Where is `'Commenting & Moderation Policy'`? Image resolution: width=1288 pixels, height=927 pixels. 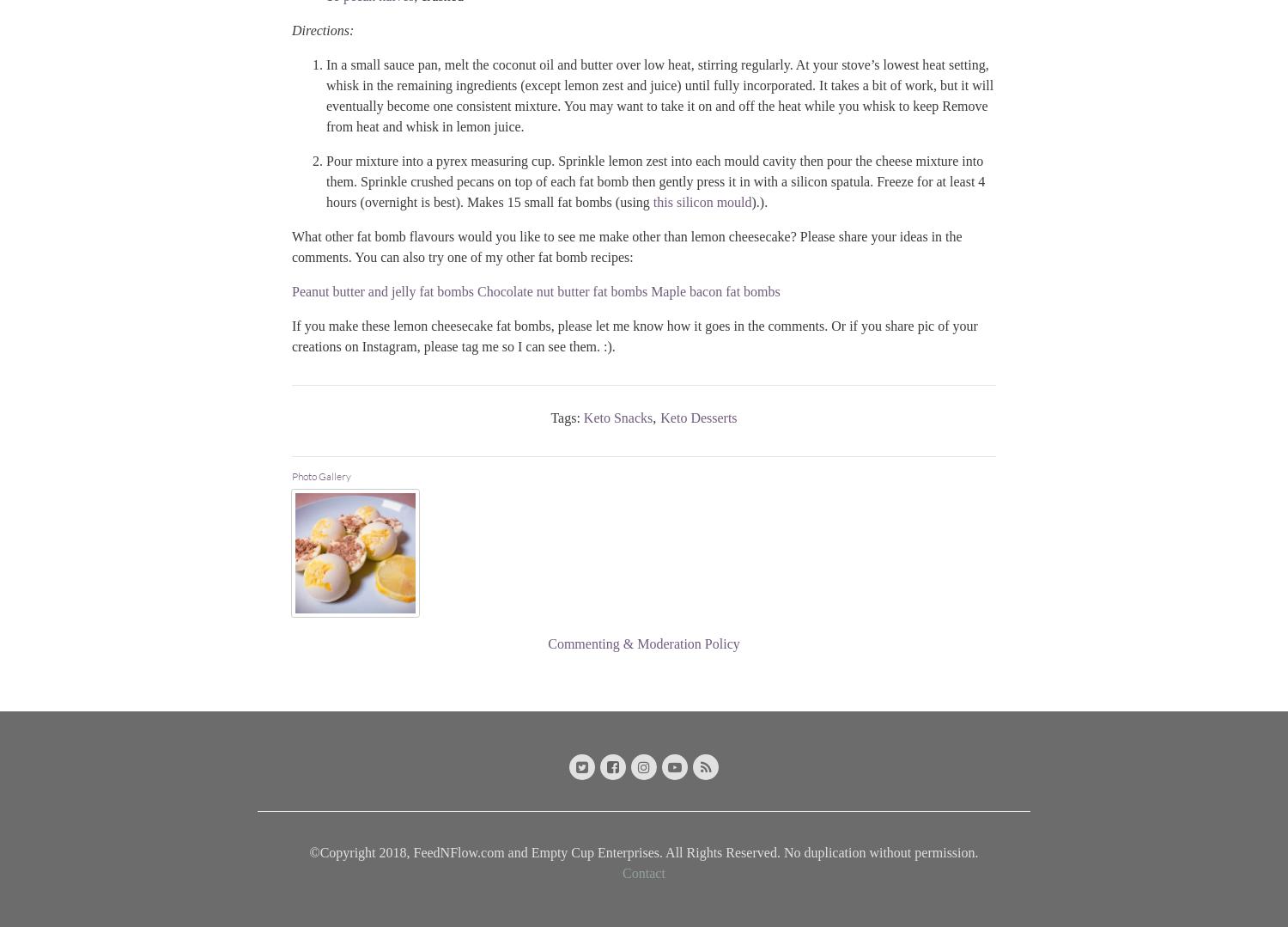 'Commenting & Moderation Policy' is located at coordinates (642, 643).